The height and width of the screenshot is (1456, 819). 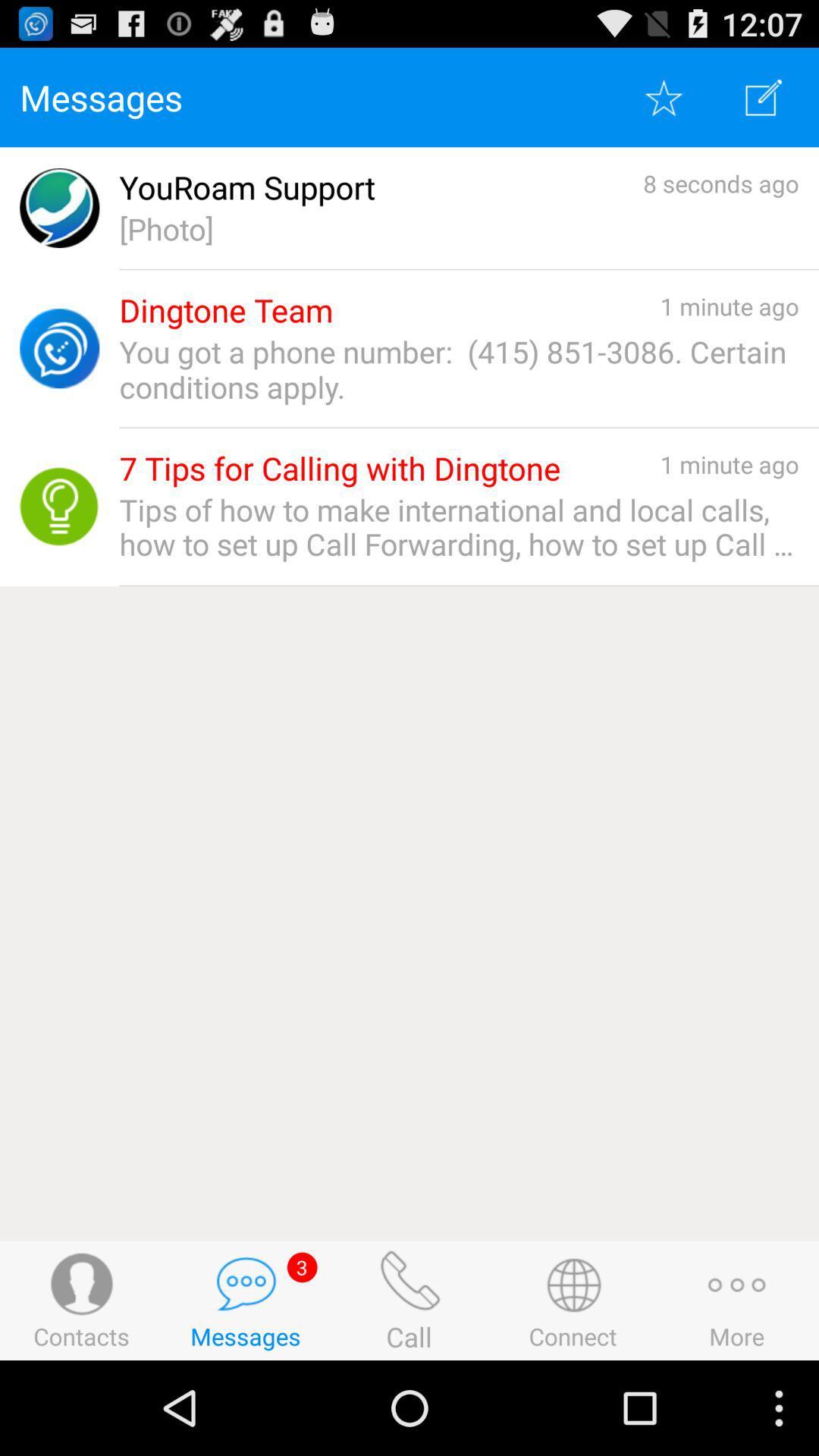 I want to click on the app to the right of youroam support app, so click(x=720, y=182).